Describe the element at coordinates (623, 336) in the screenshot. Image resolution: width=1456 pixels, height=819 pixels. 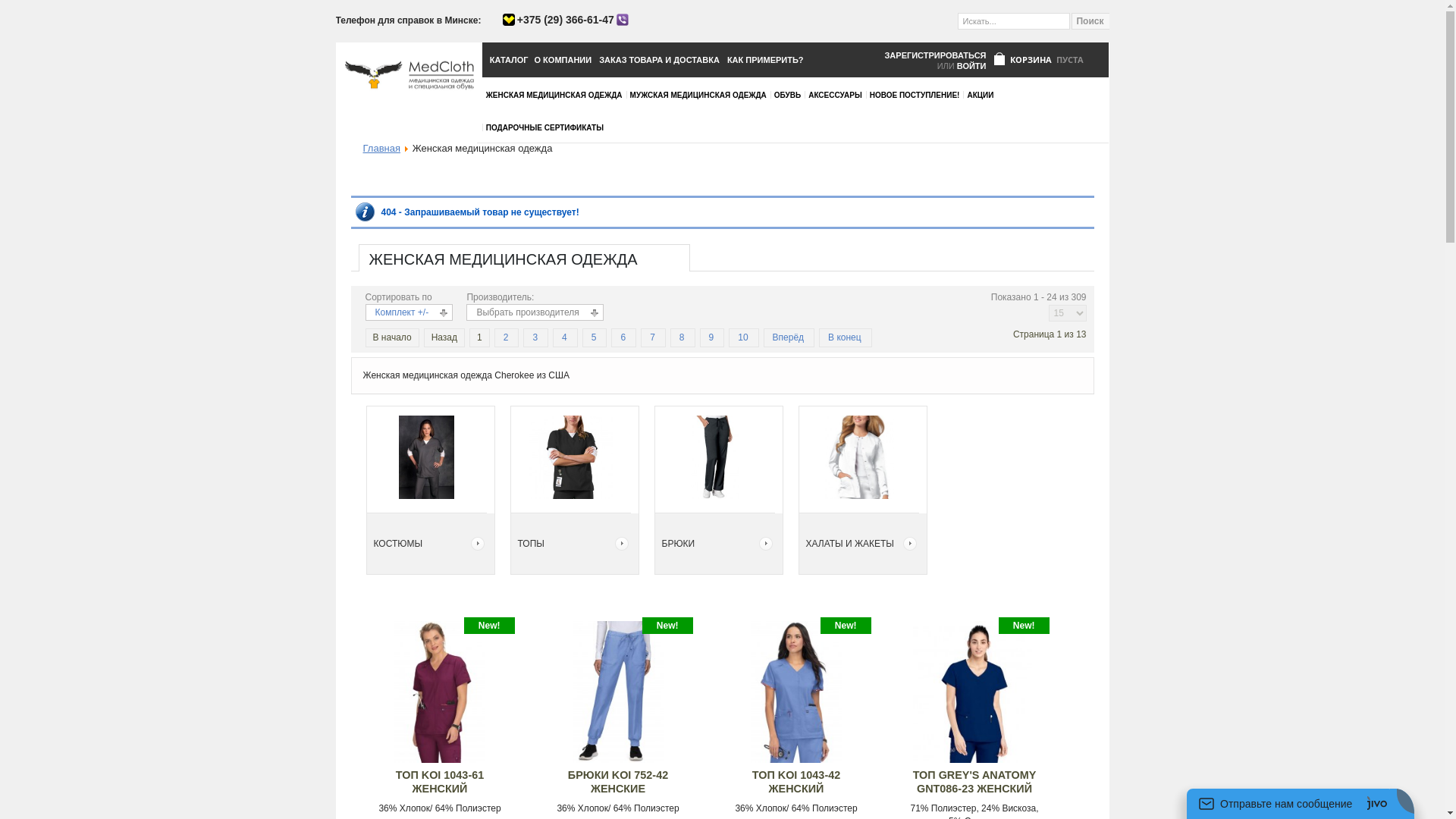
I see `'6'` at that location.